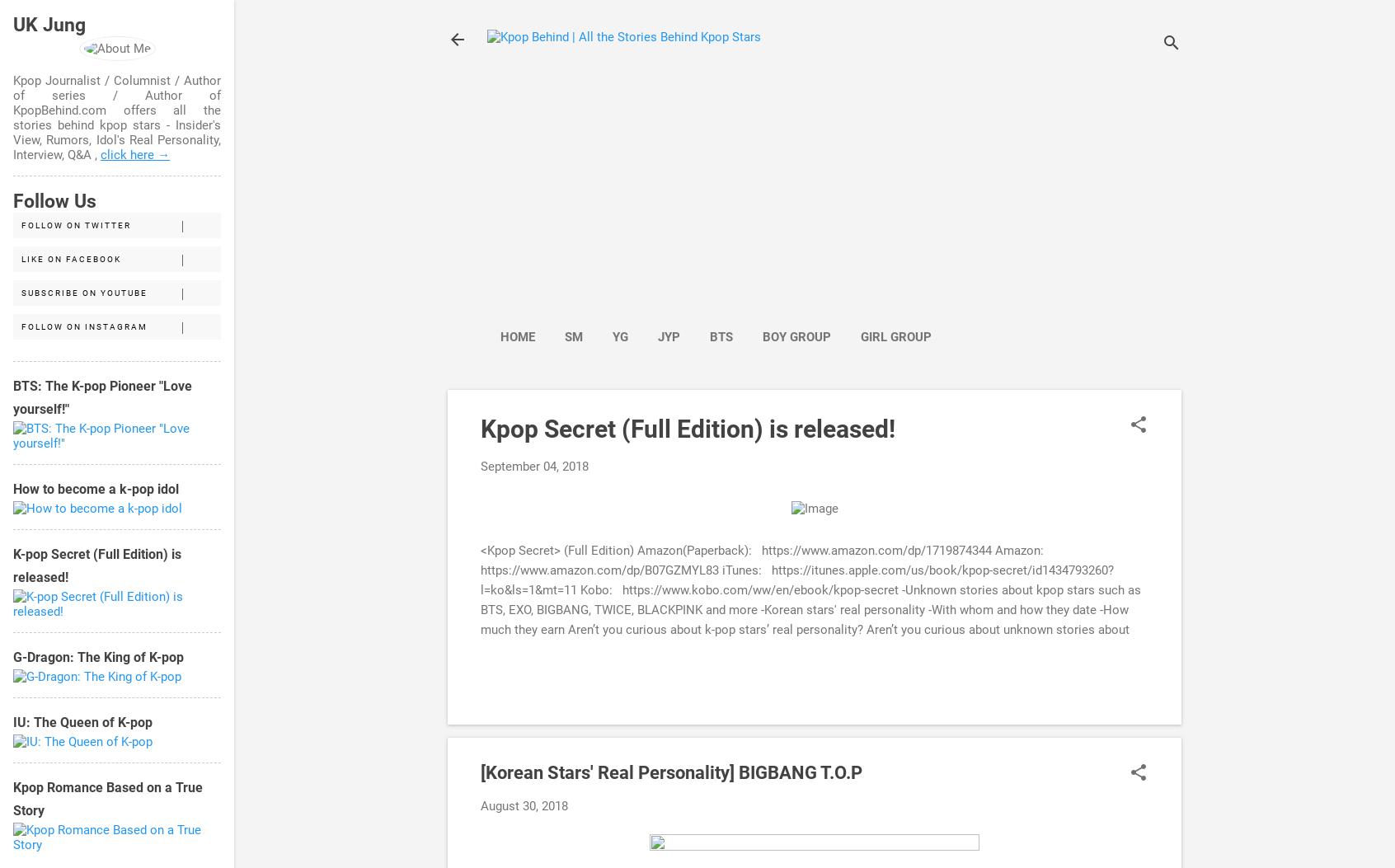  I want to click on 'SM', so click(573, 336).